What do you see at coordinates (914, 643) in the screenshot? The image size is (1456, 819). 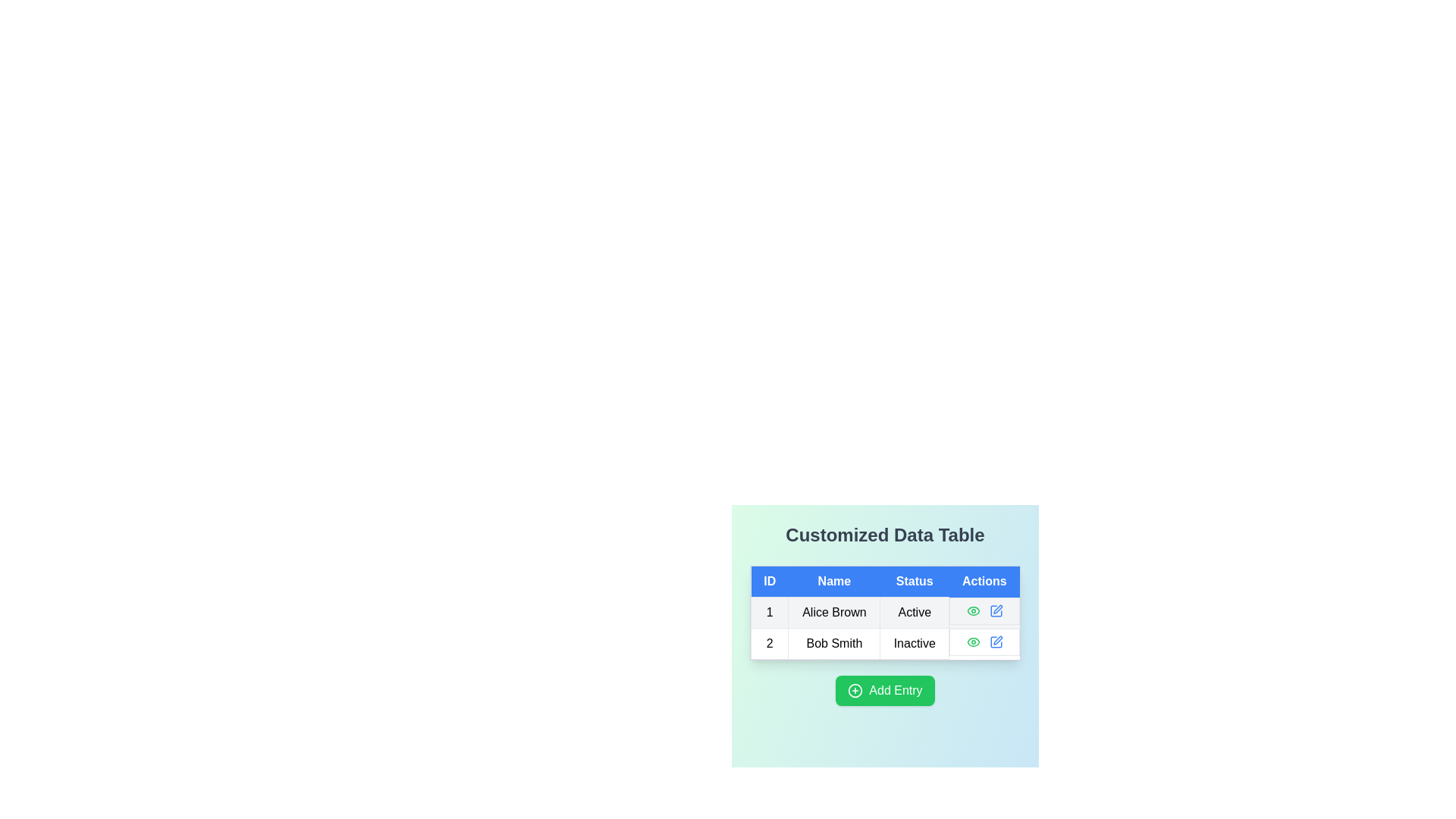 I see `the 'Inactive' label in the third cell of the second row under the 'Status' column for 'Bob Smith'` at bounding box center [914, 643].